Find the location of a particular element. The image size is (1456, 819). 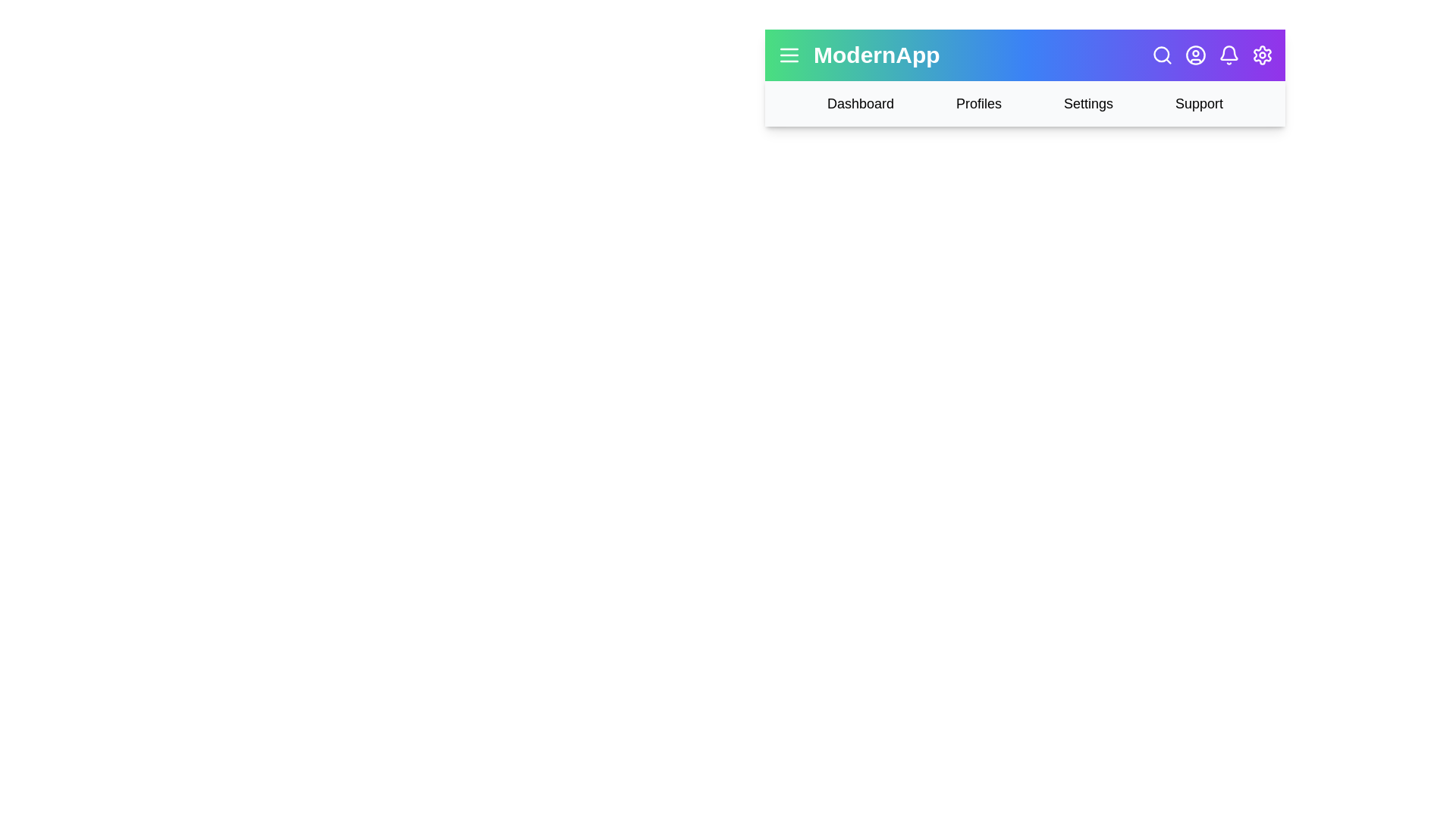

the 'Profiles' navigation link is located at coordinates (979, 103).